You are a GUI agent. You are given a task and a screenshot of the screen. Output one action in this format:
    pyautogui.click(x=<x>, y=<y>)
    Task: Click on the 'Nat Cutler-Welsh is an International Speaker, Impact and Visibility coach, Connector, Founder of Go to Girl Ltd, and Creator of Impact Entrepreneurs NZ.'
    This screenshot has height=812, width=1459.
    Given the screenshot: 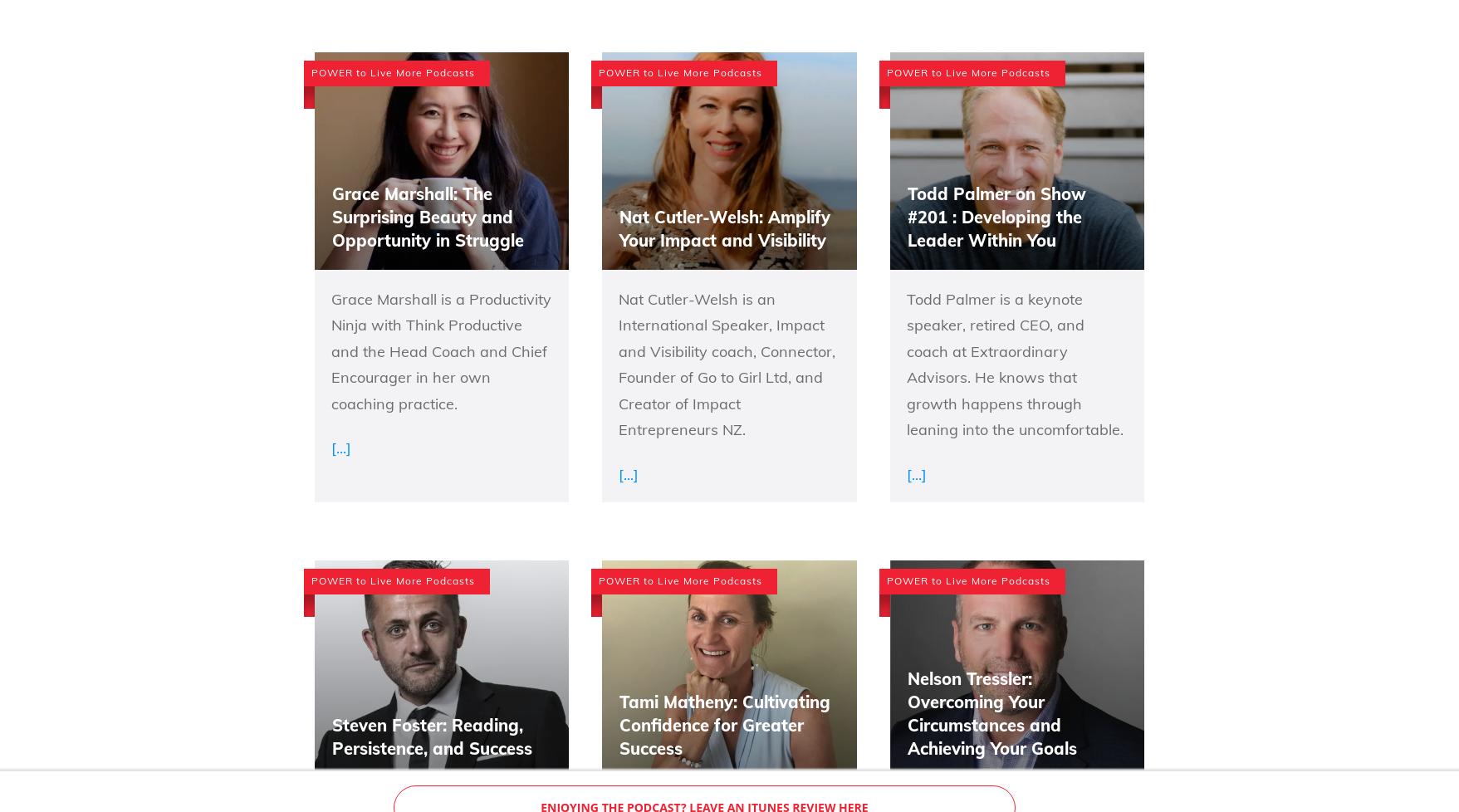 What is the action you would take?
    pyautogui.click(x=617, y=363)
    